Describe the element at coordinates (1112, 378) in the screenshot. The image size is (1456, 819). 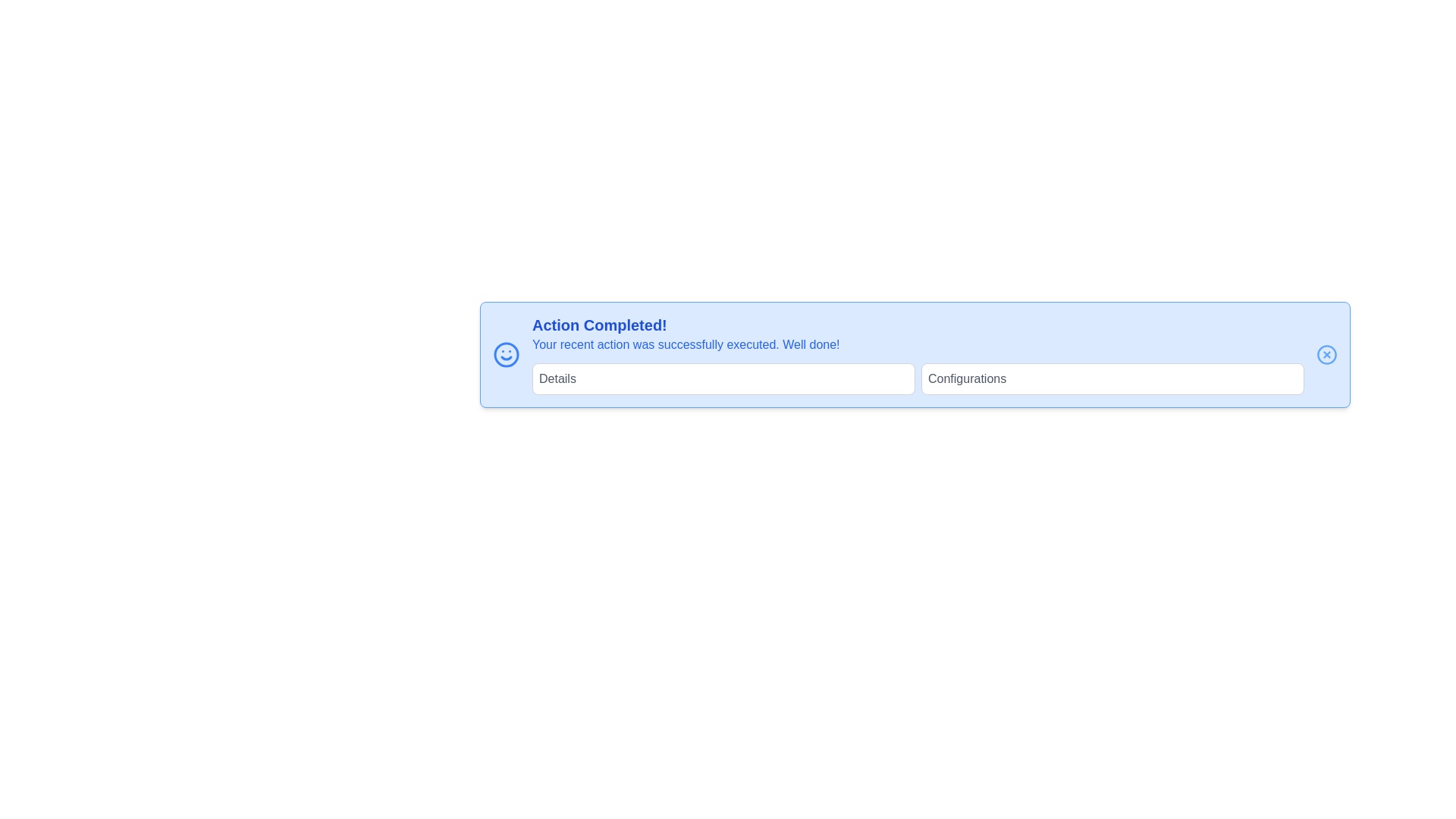
I see `the 'Configurations' button` at that location.